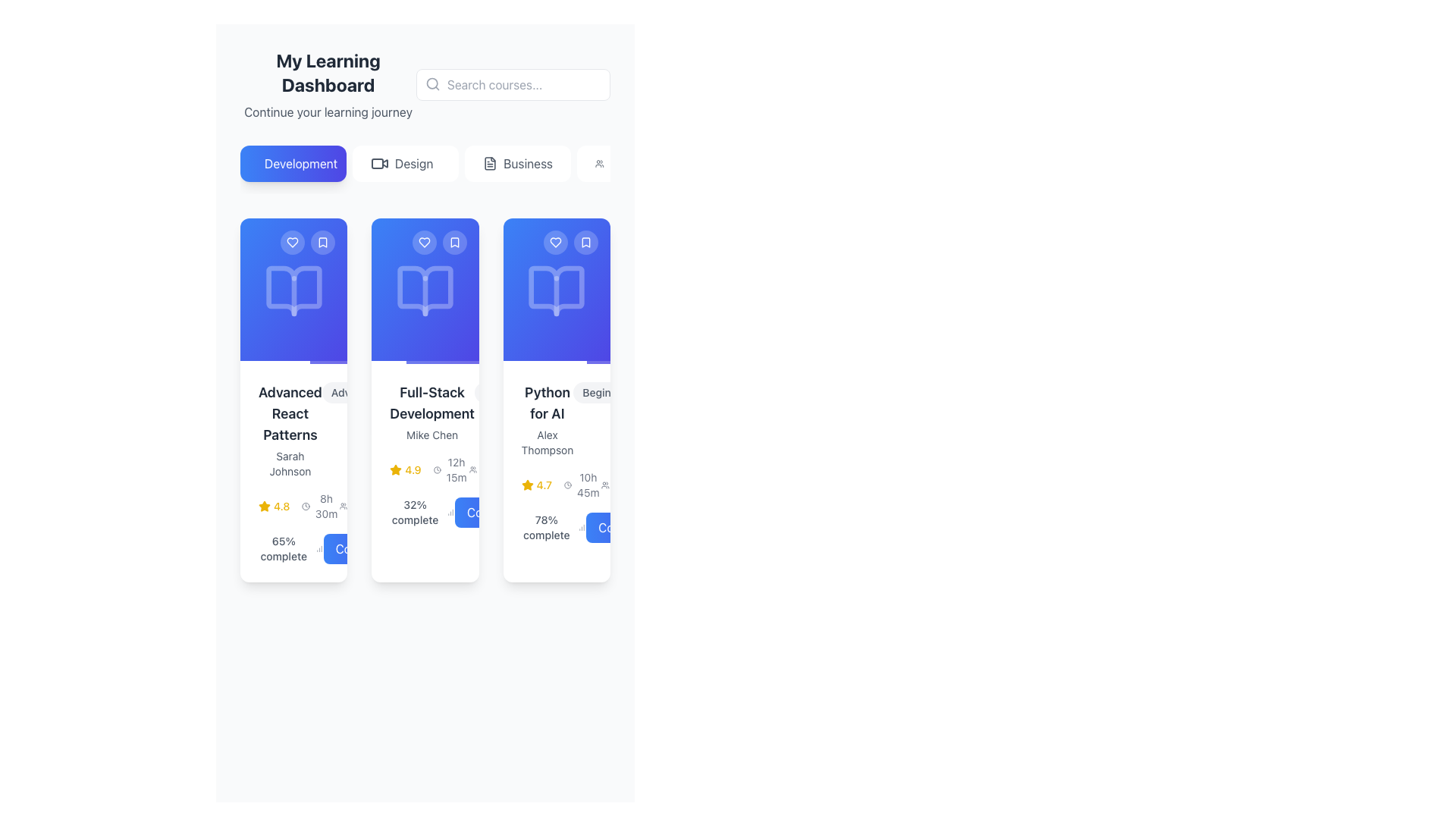  I want to click on the text label indicating the user rating of the course 'Full-Stack Development', which is located in the lower section of the course details card, next to a star icon, so click(413, 469).